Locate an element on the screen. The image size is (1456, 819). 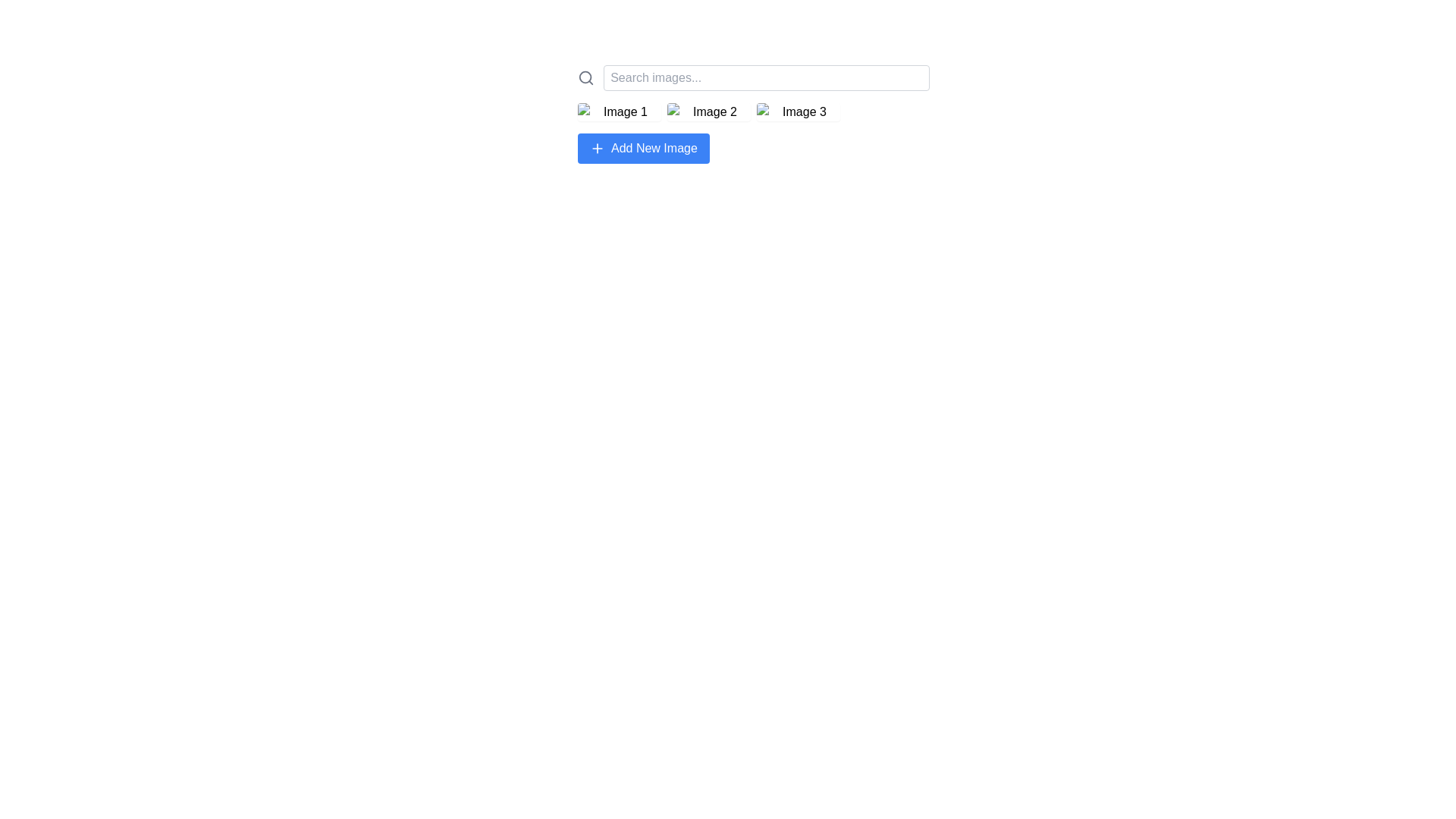
the 'Add Image' button located below the images labeled 'Image 1', 'Image 2', and 'Image 3' is located at coordinates (643, 149).